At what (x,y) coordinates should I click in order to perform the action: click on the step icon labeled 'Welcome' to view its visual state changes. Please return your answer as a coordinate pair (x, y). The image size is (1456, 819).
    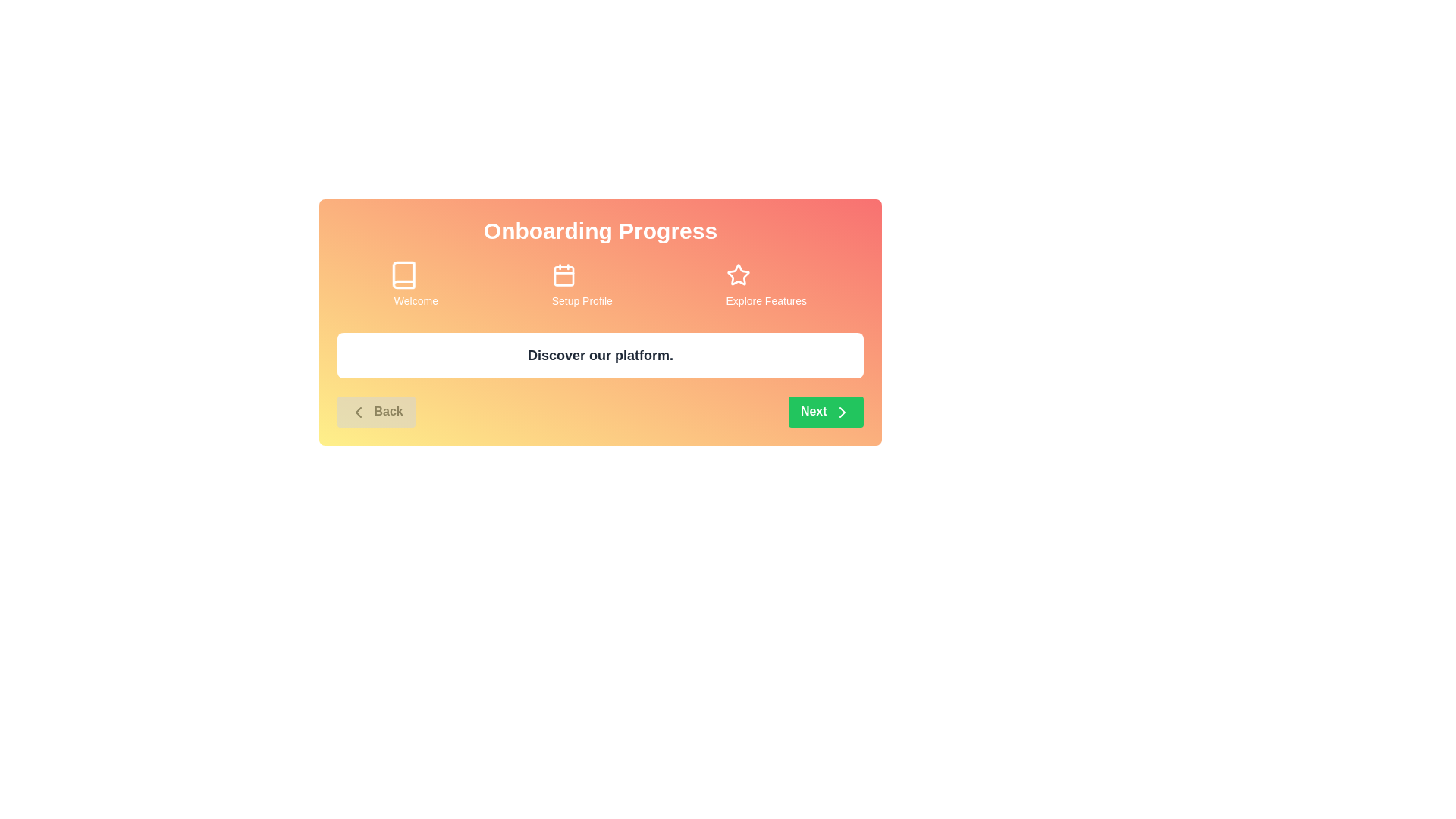
    Looking at the image, I should click on (416, 275).